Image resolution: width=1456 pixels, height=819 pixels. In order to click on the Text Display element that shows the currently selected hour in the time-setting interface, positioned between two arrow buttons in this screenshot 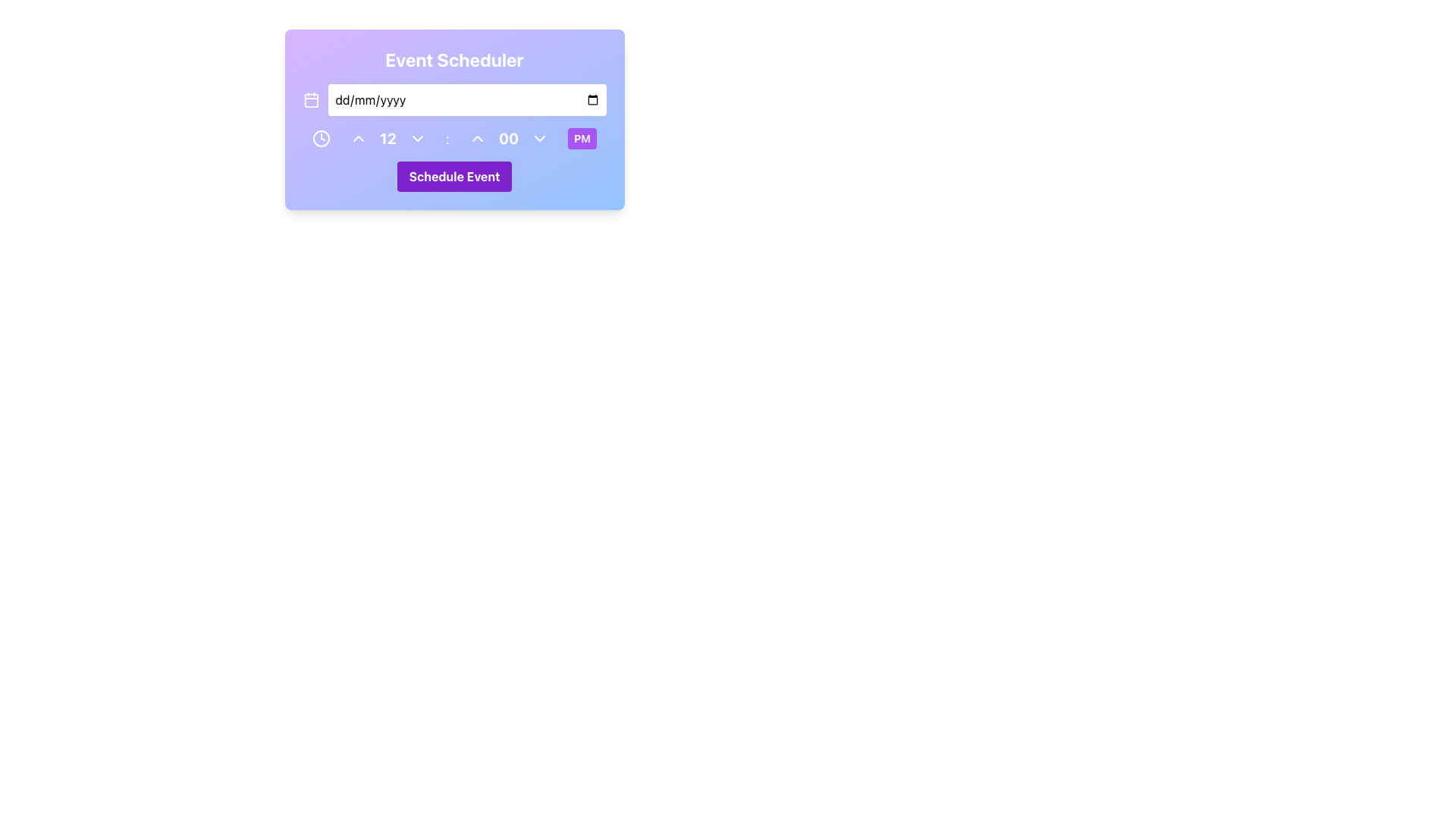, I will do `click(388, 138)`.